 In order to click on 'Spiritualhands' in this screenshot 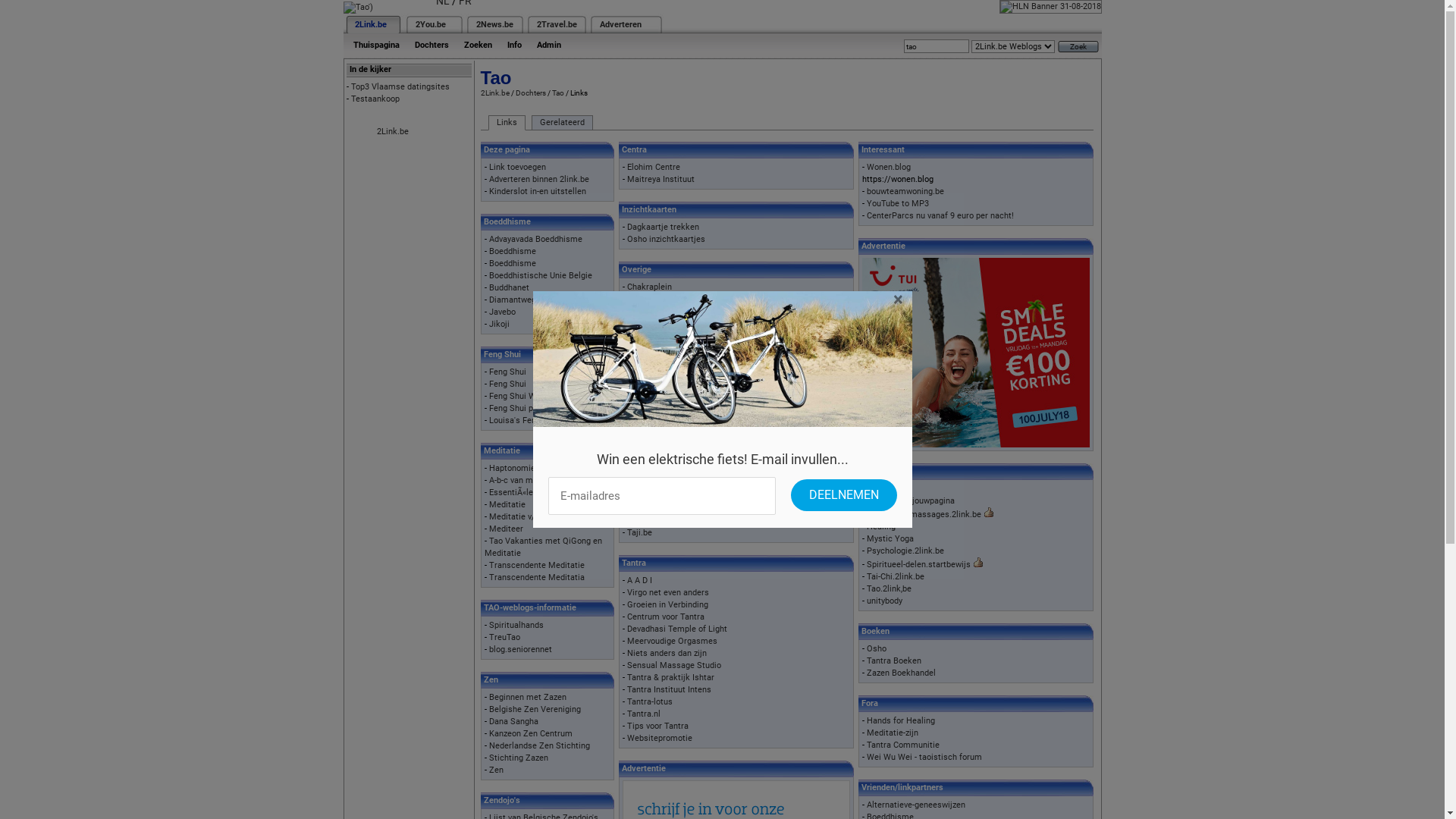, I will do `click(516, 625)`.